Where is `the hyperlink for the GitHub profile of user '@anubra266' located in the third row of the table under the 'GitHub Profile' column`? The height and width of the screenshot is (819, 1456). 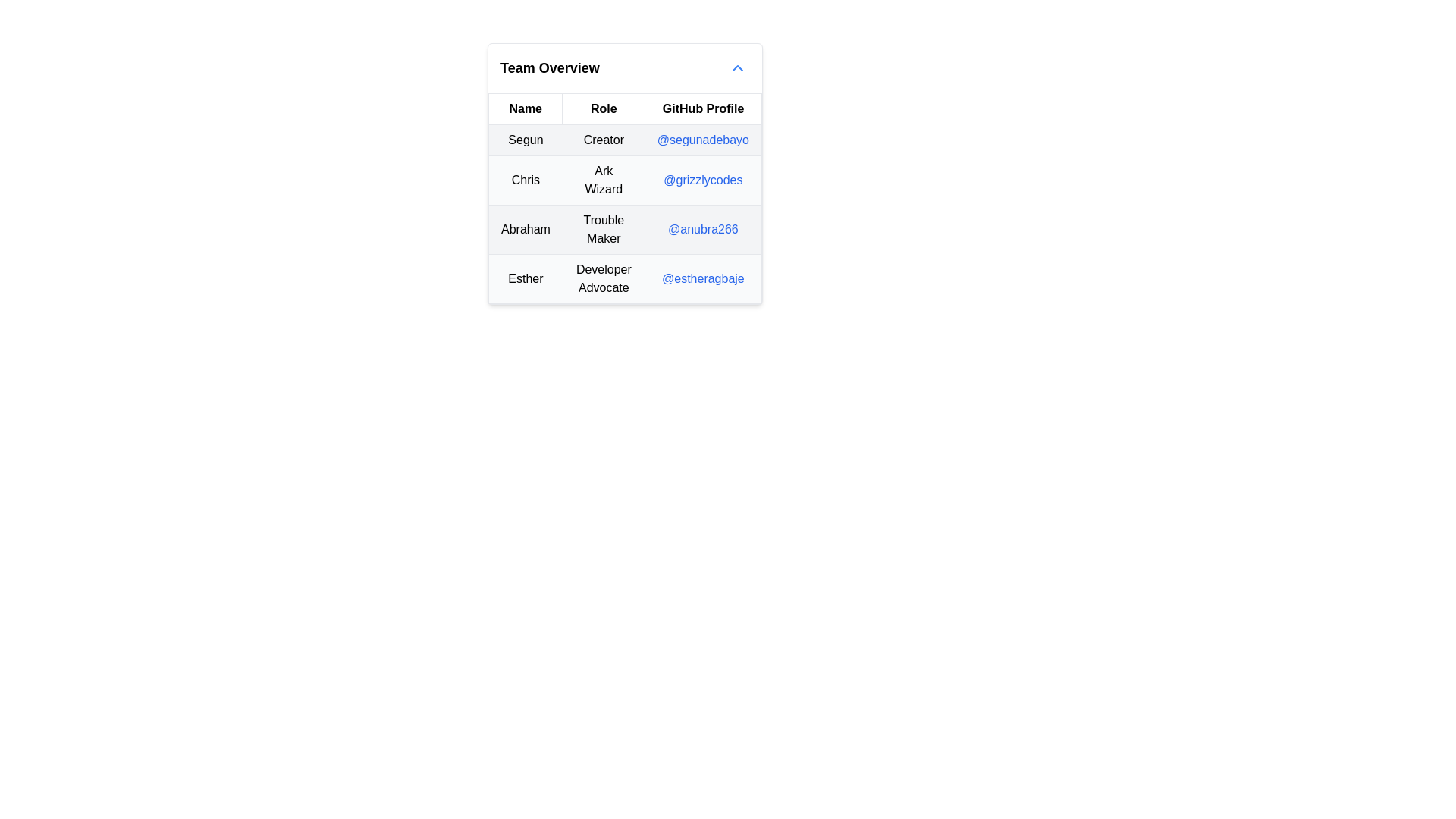
the hyperlink for the GitHub profile of user '@anubra266' located in the third row of the table under the 'GitHub Profile' column is located at coordinates (702, 230).